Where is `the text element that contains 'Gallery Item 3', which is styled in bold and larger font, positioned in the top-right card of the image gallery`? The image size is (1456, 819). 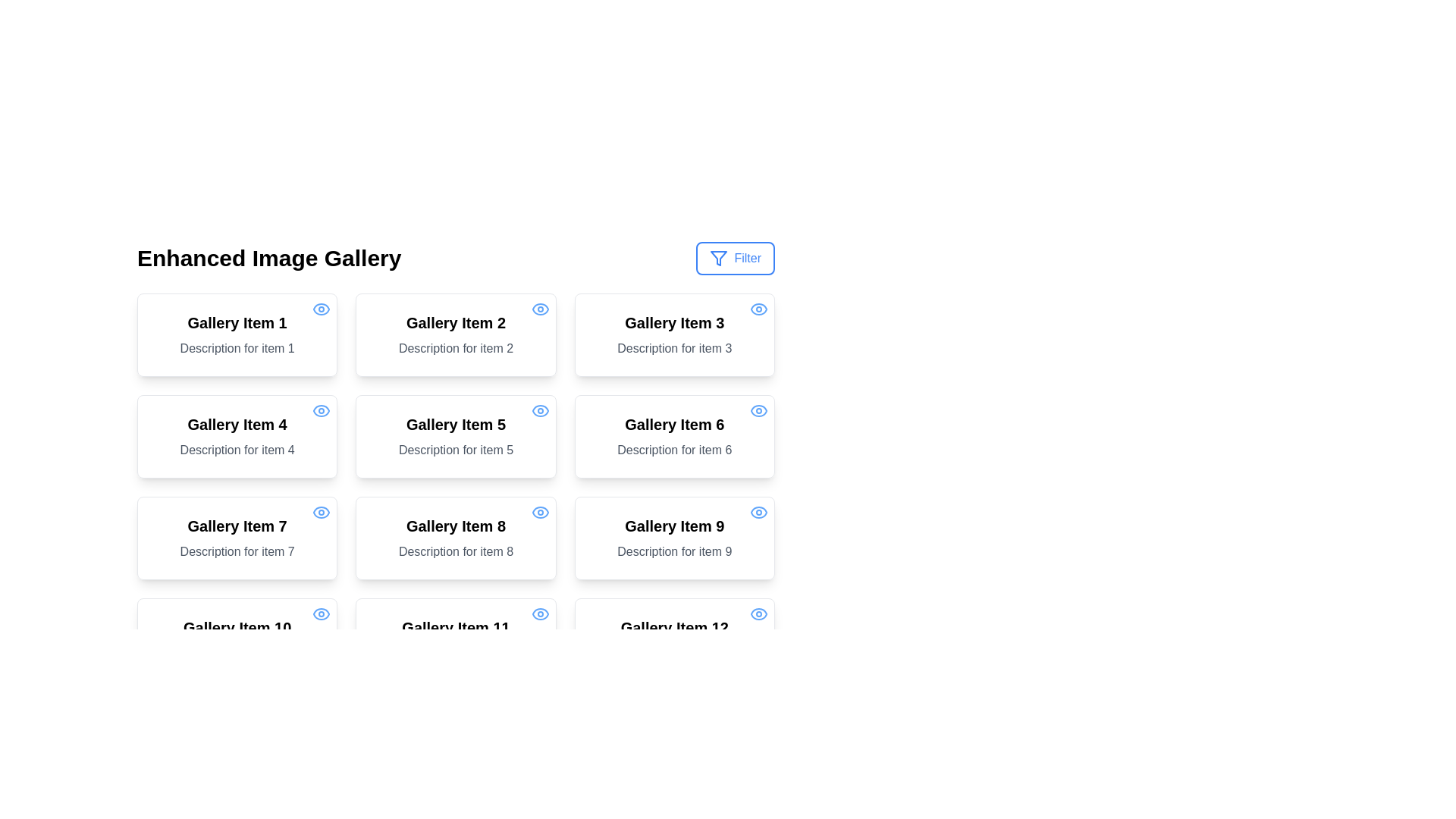 the text element that contains 'Gallery Item 3', which is styled in bold and larger font, positioned in the top-right card of the image gallery is located at coordinates (673, 322).